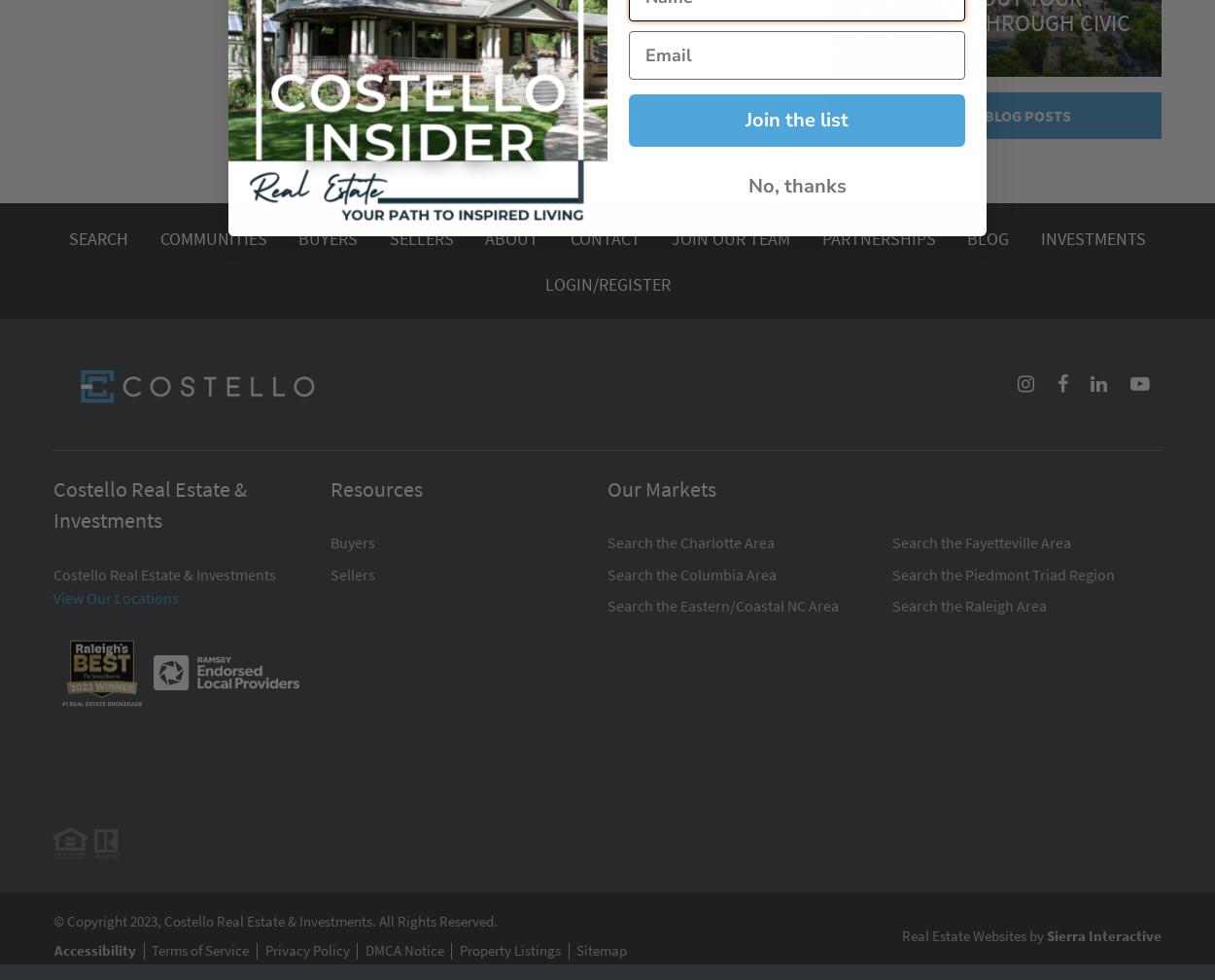 Image resolution: width=1215 pixels, height=980 pixels. I want to click on 'About', so click(484, 238).